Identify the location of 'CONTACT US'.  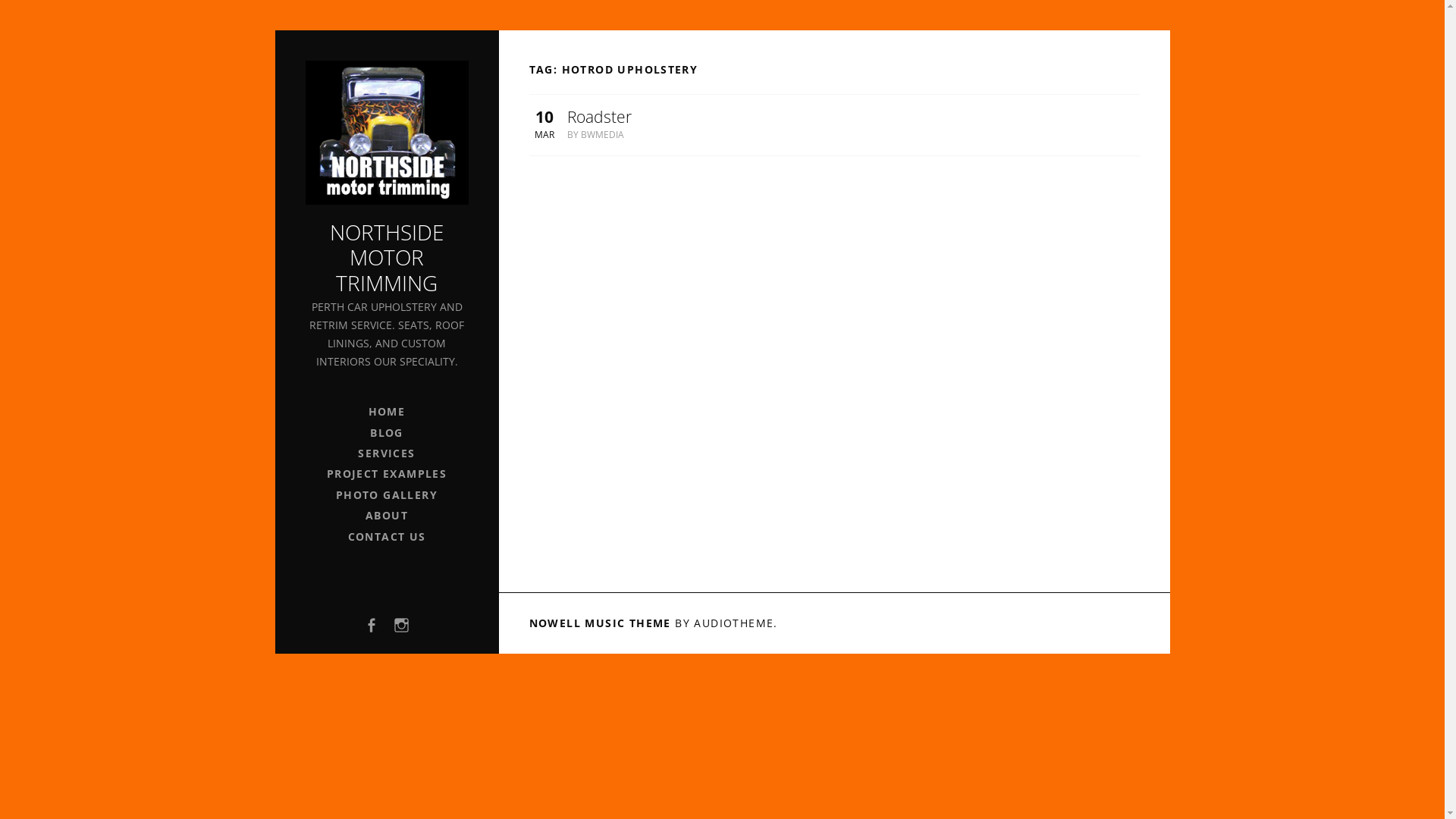
(386, 535).